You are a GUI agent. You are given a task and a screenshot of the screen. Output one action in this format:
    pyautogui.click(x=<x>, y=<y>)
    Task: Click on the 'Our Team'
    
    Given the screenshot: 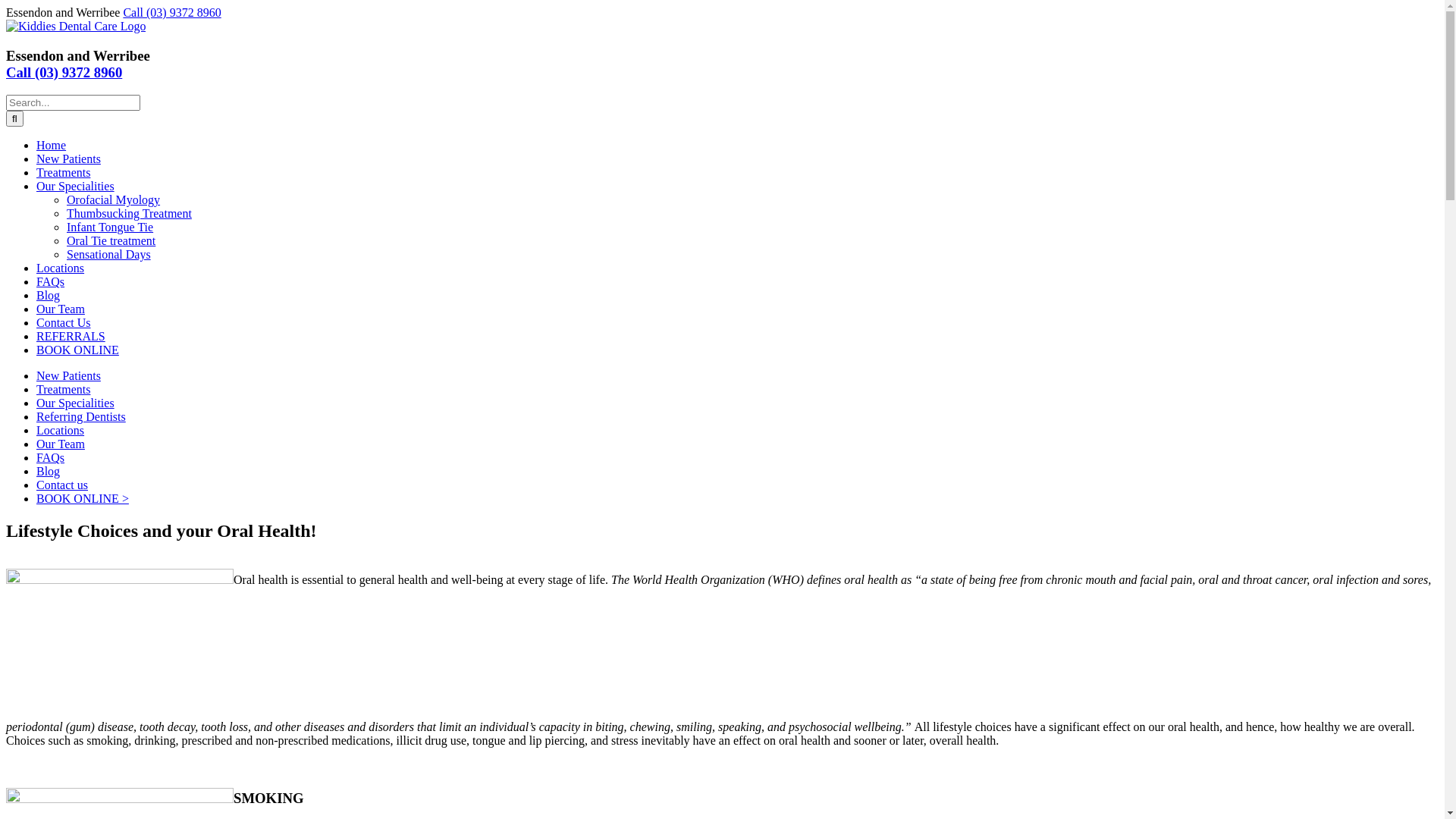 What is the action you would take?
    pyautogui.click(x=61, y=444)
    